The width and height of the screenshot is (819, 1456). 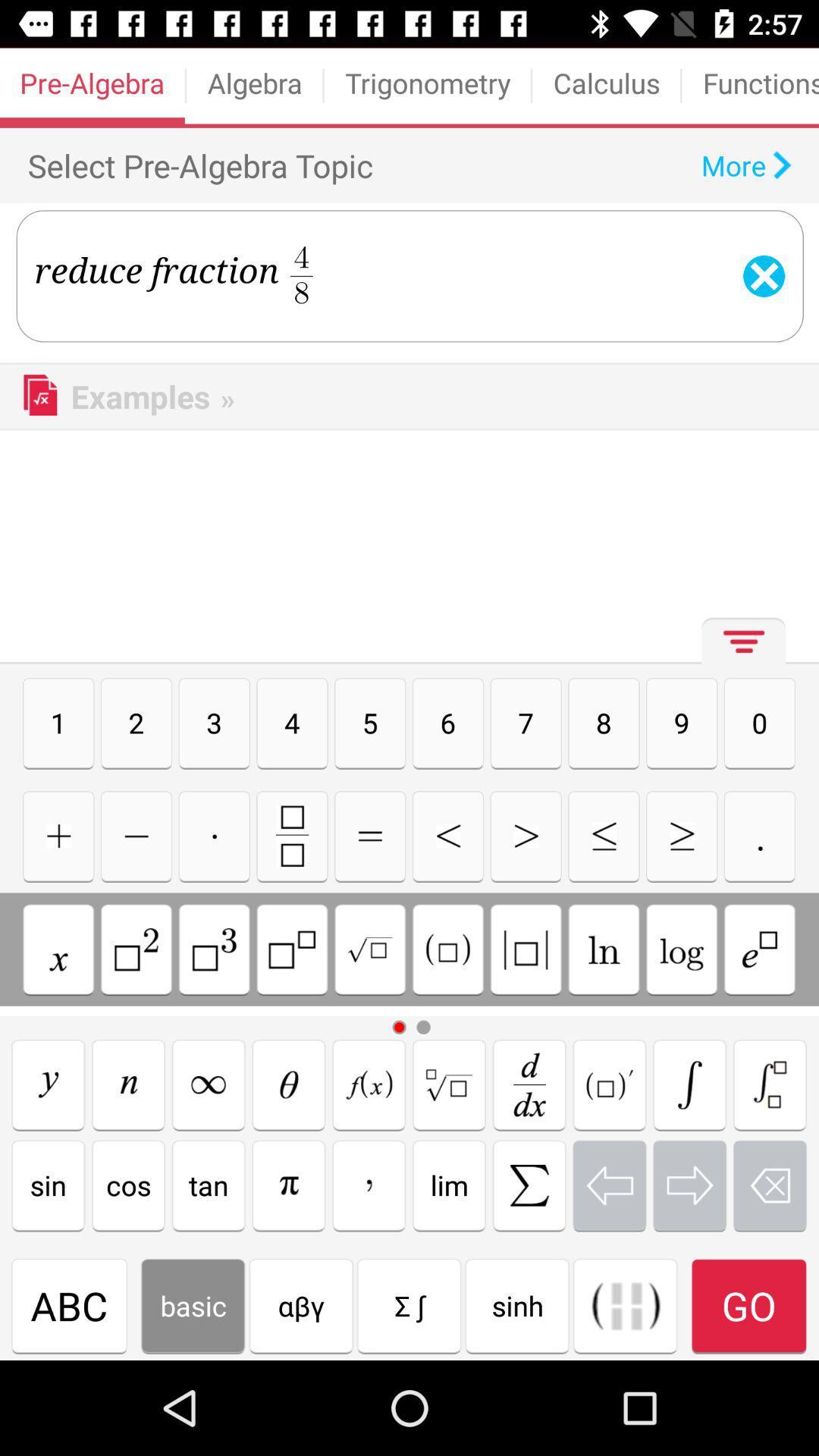 I want to click on multtbull button, so click(x=370, y=835).